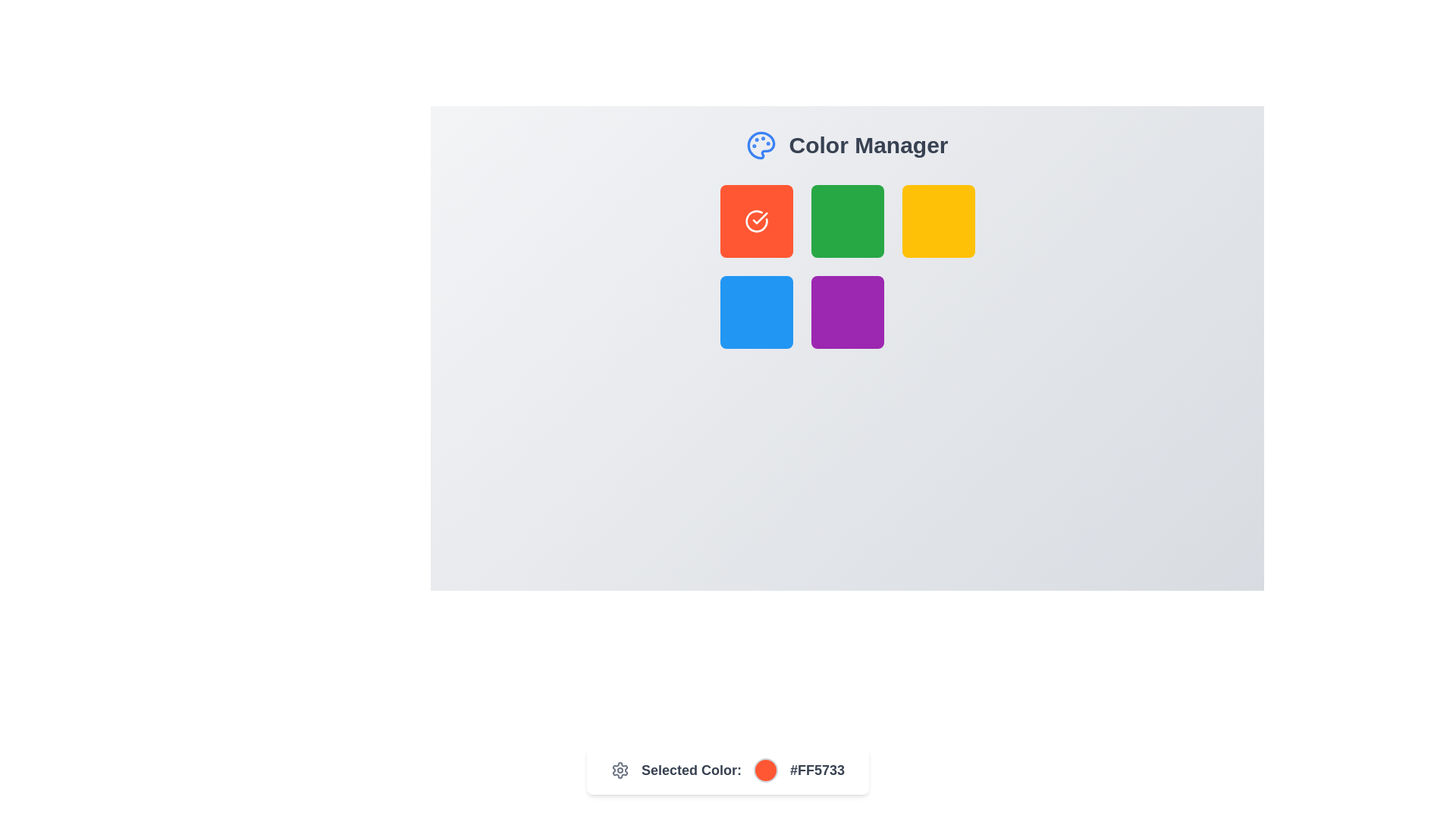 The image size is (1456, 819). Describe the element at coordinates (846, 221) in the screenshot. I see `the square button with a rounded border, filled with a solid green color, located in the second column of the first row within a 3x3 grid structure` at that location.